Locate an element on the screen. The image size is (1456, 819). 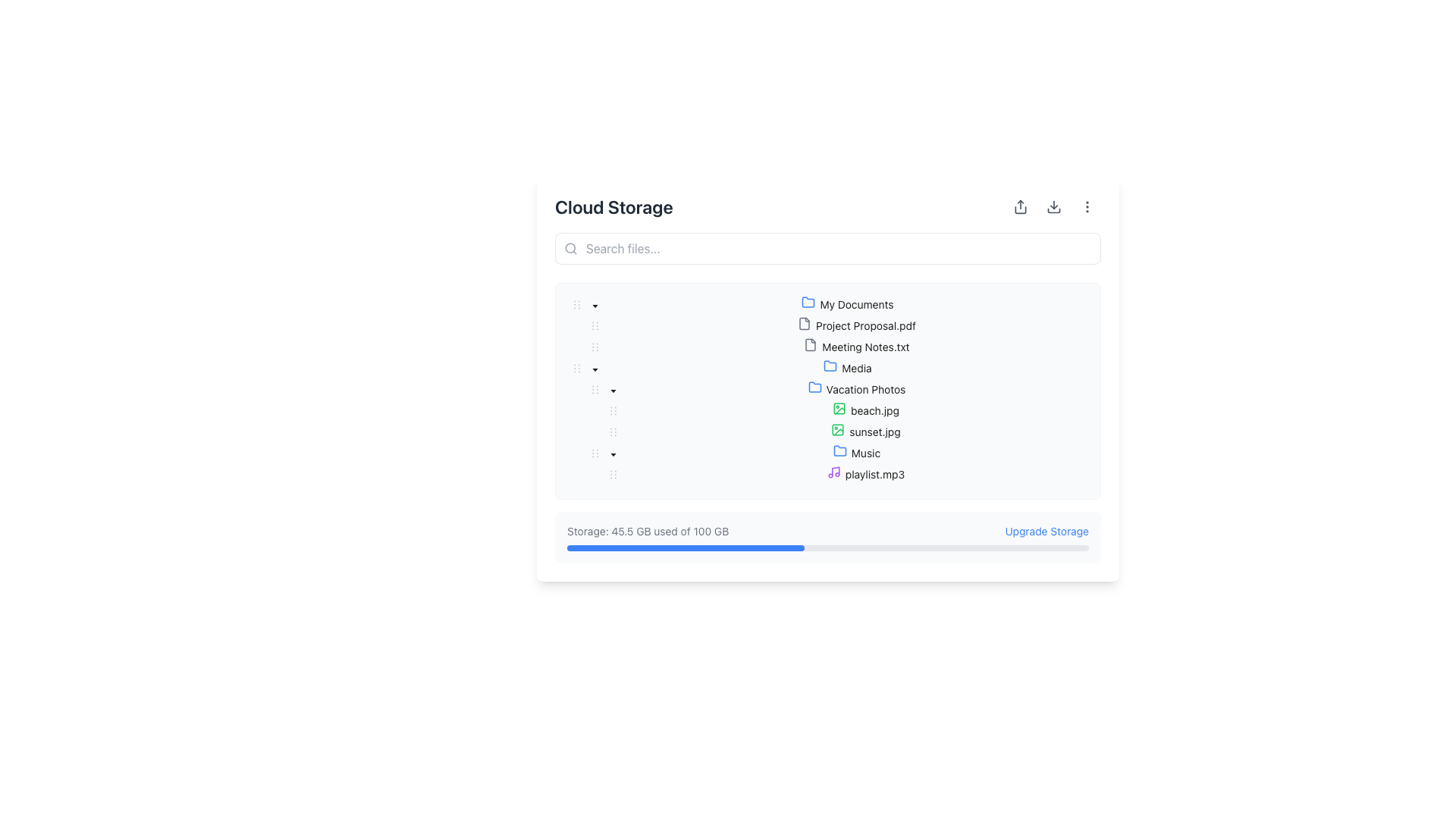
the file entry named 'beach.jpg' is located at coordinates (827, 411).